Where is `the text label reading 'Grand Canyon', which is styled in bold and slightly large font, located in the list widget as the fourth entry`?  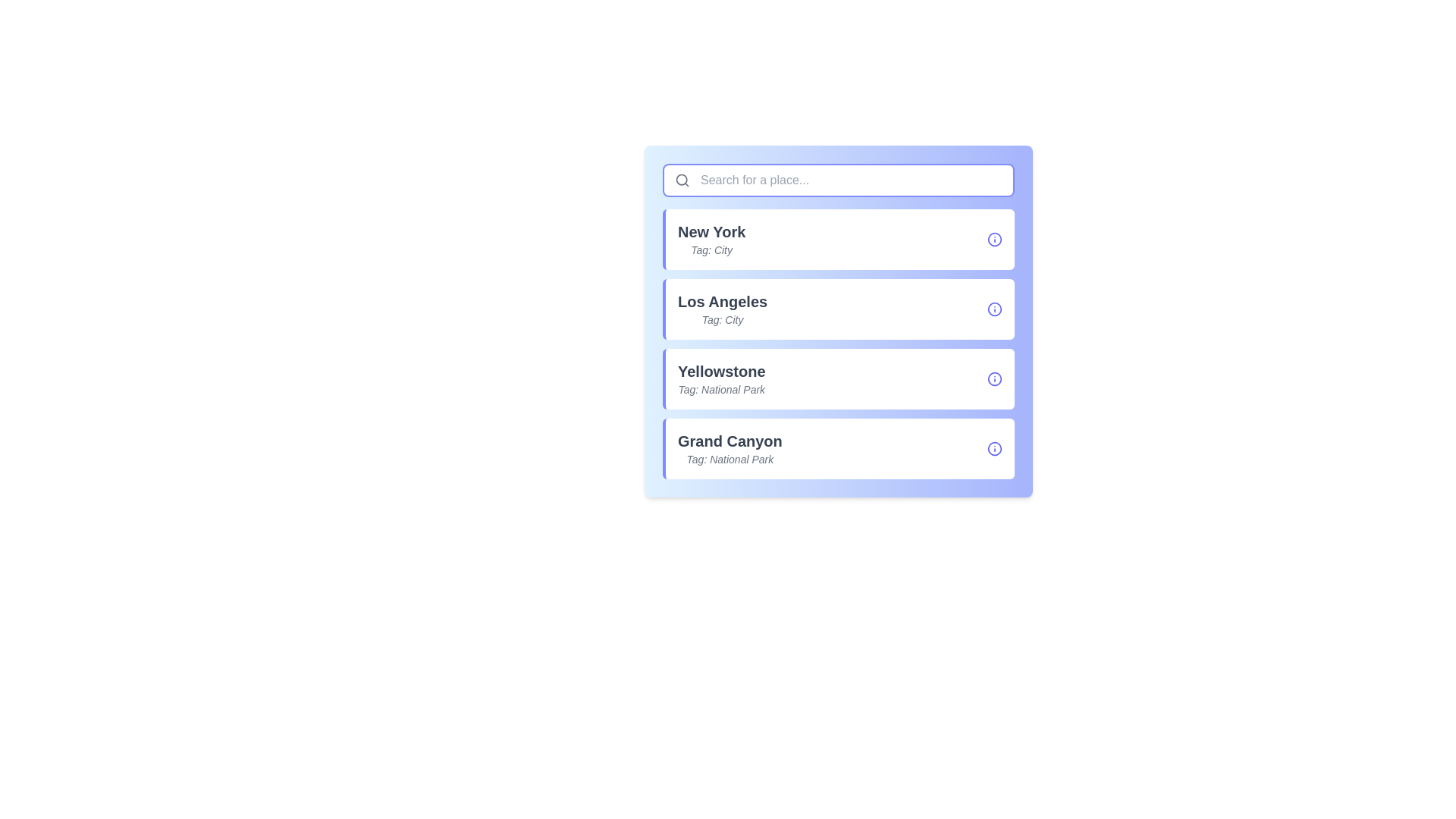 the text label reading 'Grand Canyon', which is styled in bold and slightly large font, located in the list widget as the fourth entry is located at coordinates (730, 441).